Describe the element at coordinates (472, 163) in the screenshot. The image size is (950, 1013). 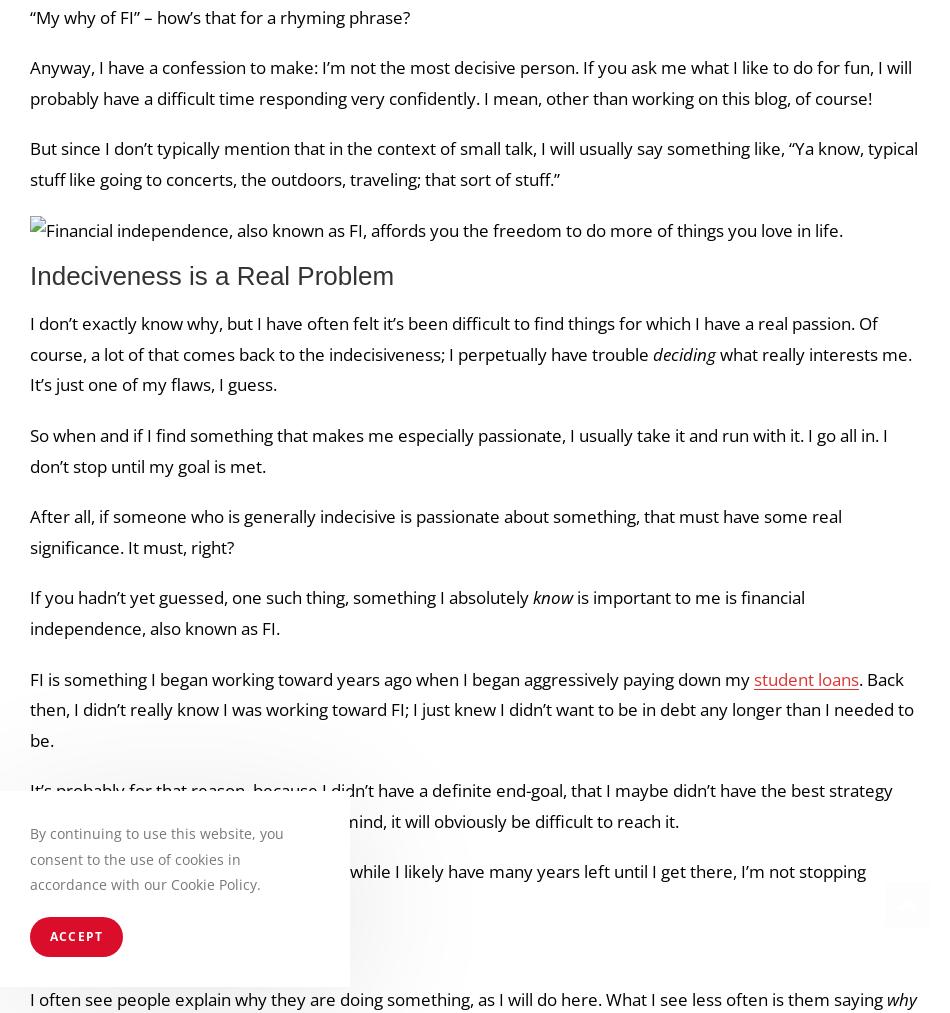
I see `'But since I don’t typically mention that in the context of small talk, I will usually say something like, “Ya know, typical stuff like going to concerts, the outdoors, traveling; that sort of stuff.”'` at that location.